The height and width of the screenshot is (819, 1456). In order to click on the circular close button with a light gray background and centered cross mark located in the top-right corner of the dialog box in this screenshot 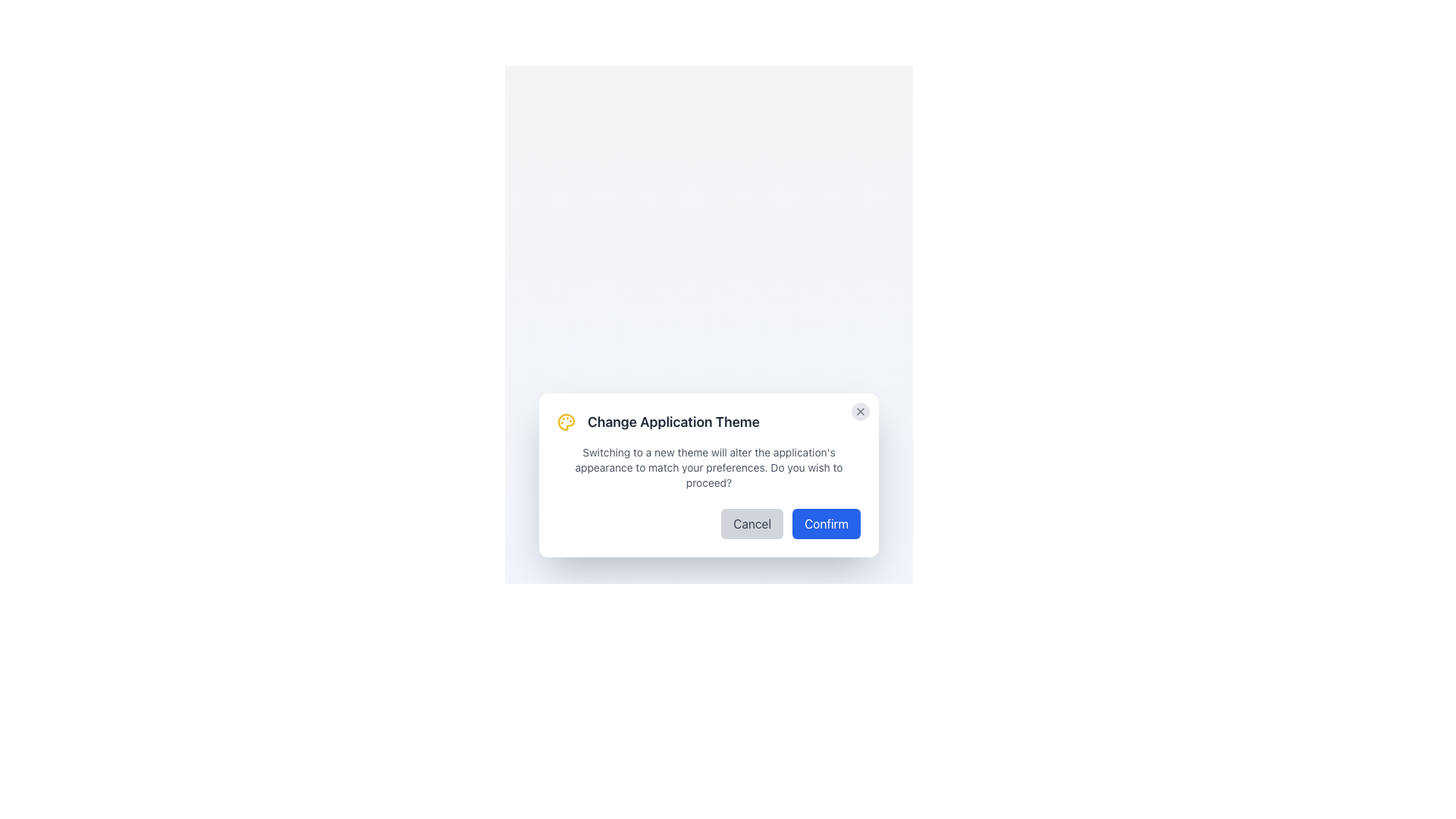, I will do `click(860, 412)`.